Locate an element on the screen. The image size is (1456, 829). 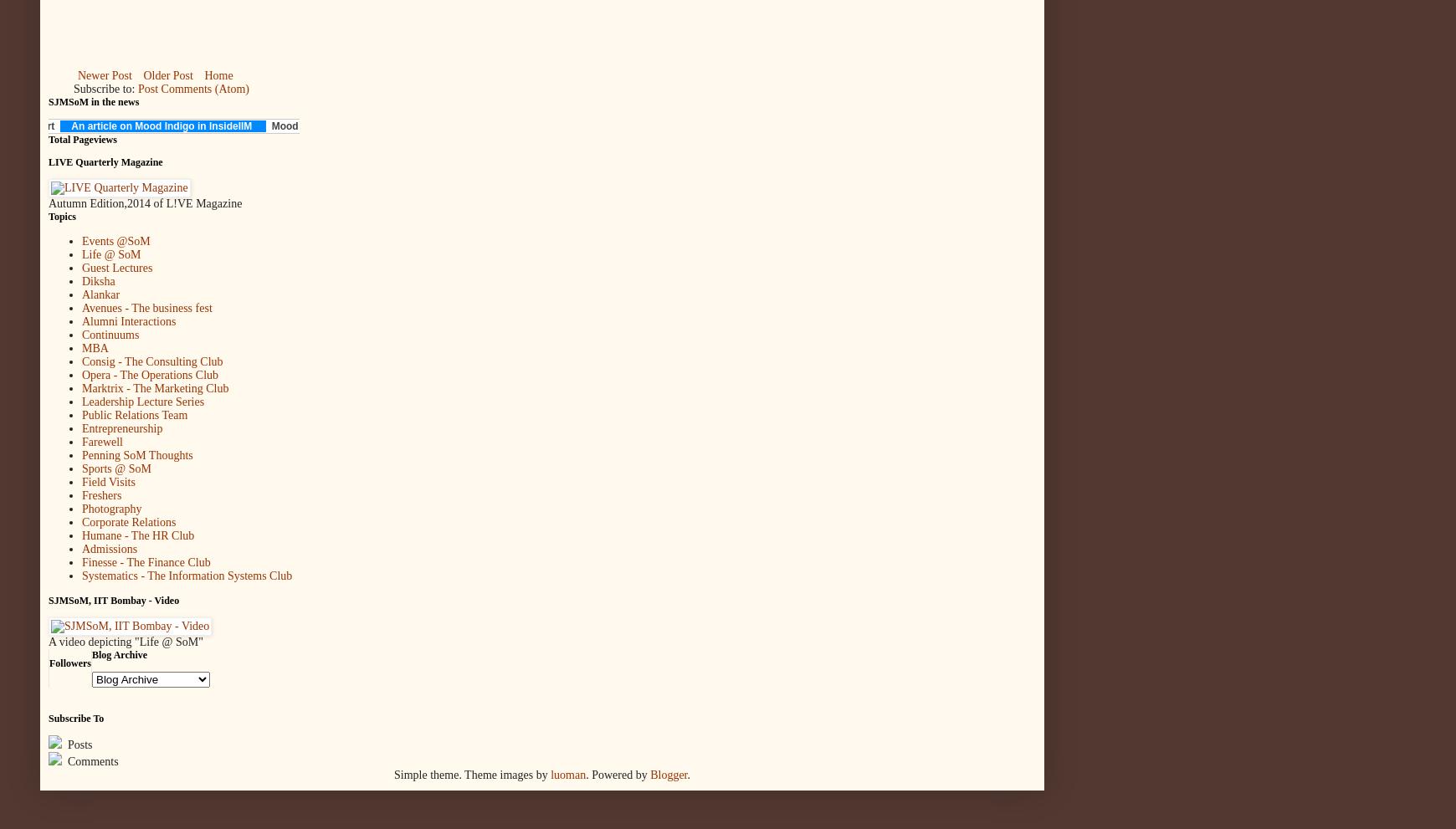
'Photography' is located at coordinates (110, 509).